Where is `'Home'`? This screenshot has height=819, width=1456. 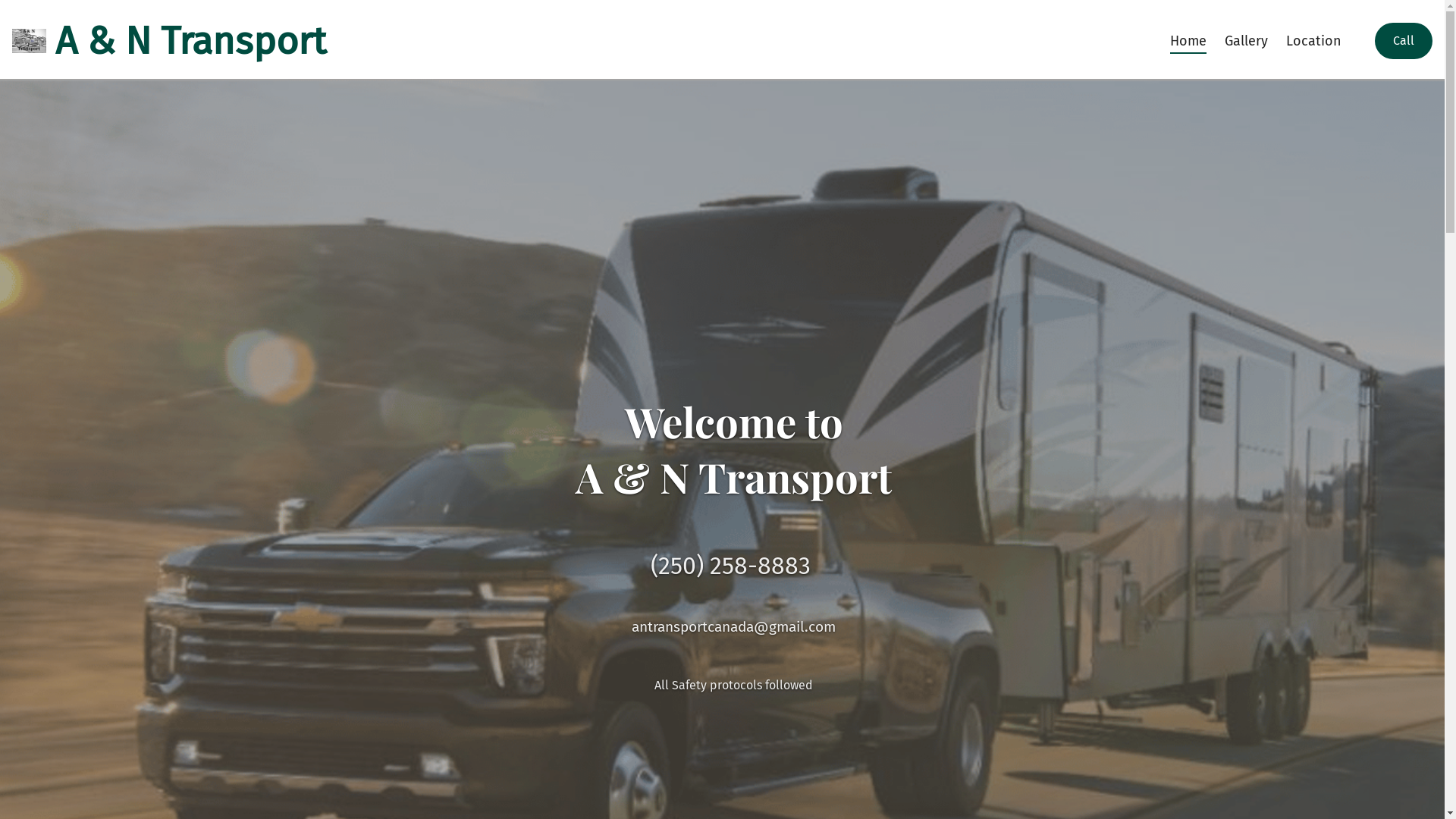
'Home' is located at coordinates (1187, 40).